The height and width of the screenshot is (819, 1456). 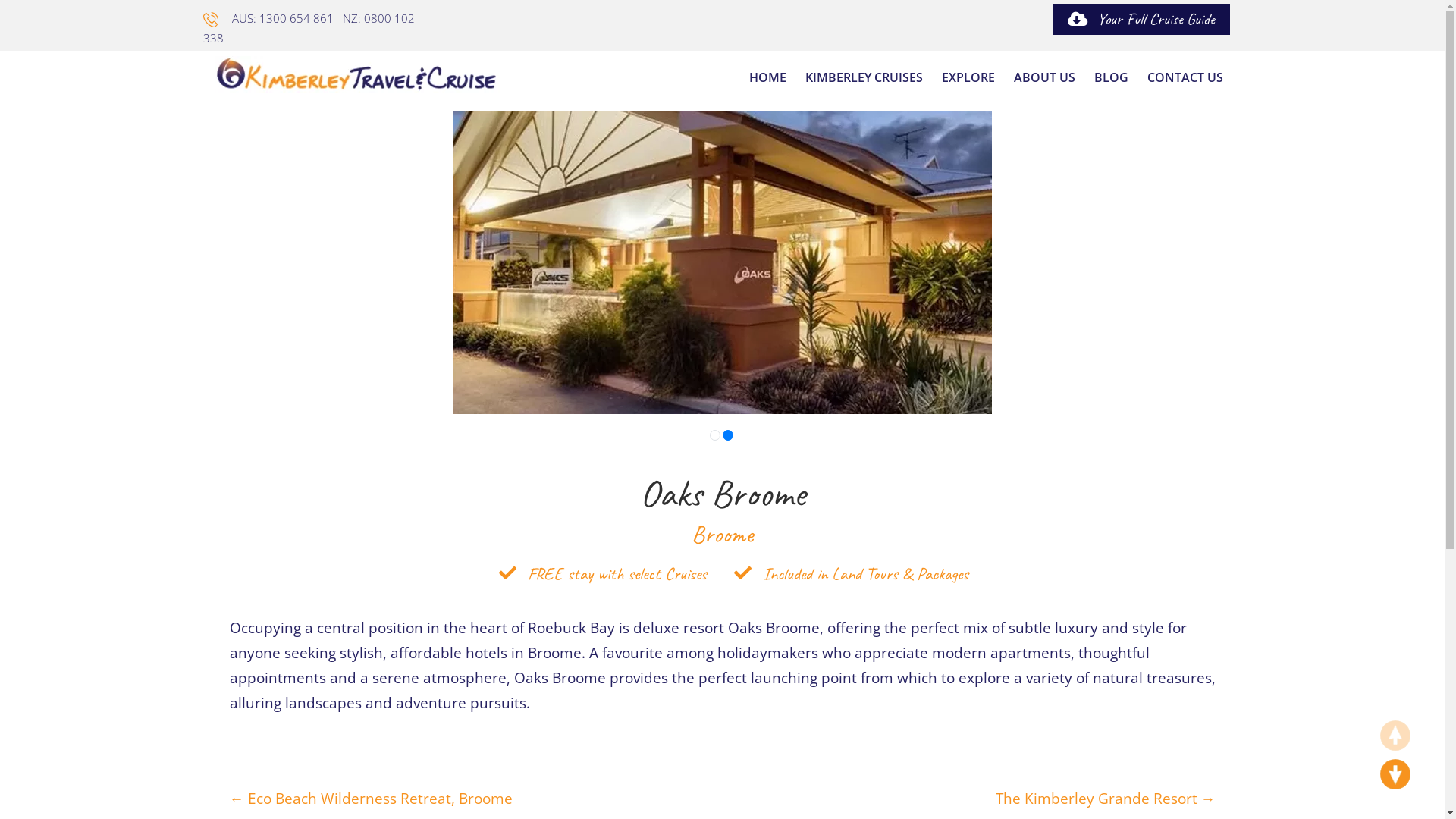 What do you see at coordinates (714, 435) in the screenshot?
I see `'1'` at bounding box center [714, 435].